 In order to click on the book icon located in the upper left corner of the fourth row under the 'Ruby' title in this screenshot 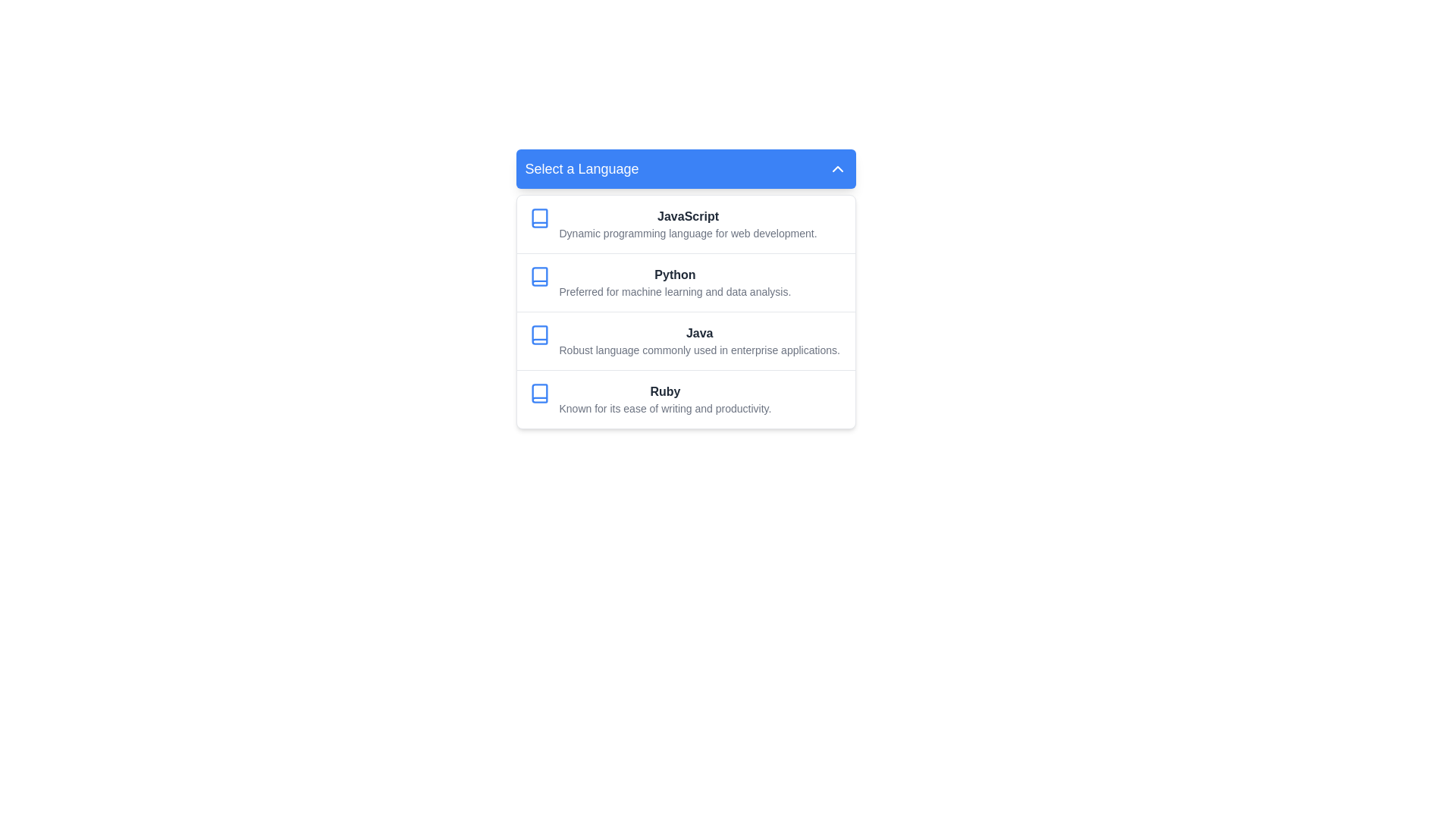, I will do `click(539, 393)`.